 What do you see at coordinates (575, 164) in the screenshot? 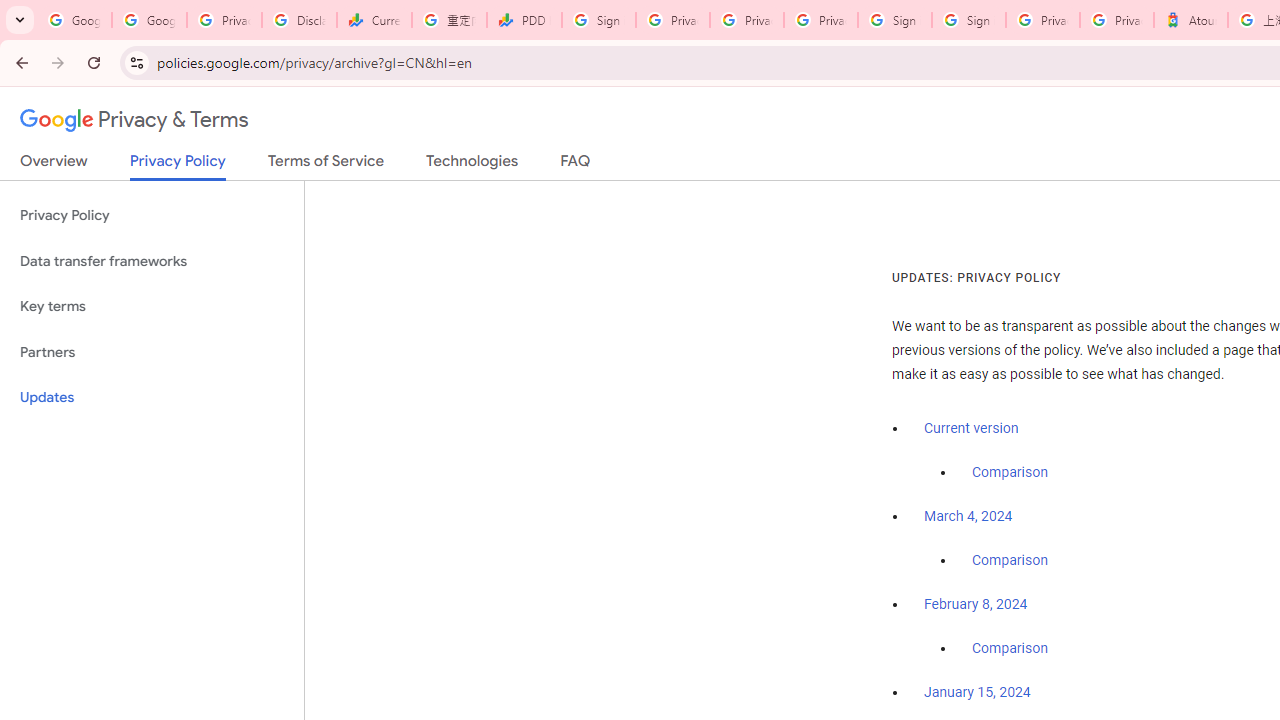
I see `'FAQ'` at bounding box center [575, 164].